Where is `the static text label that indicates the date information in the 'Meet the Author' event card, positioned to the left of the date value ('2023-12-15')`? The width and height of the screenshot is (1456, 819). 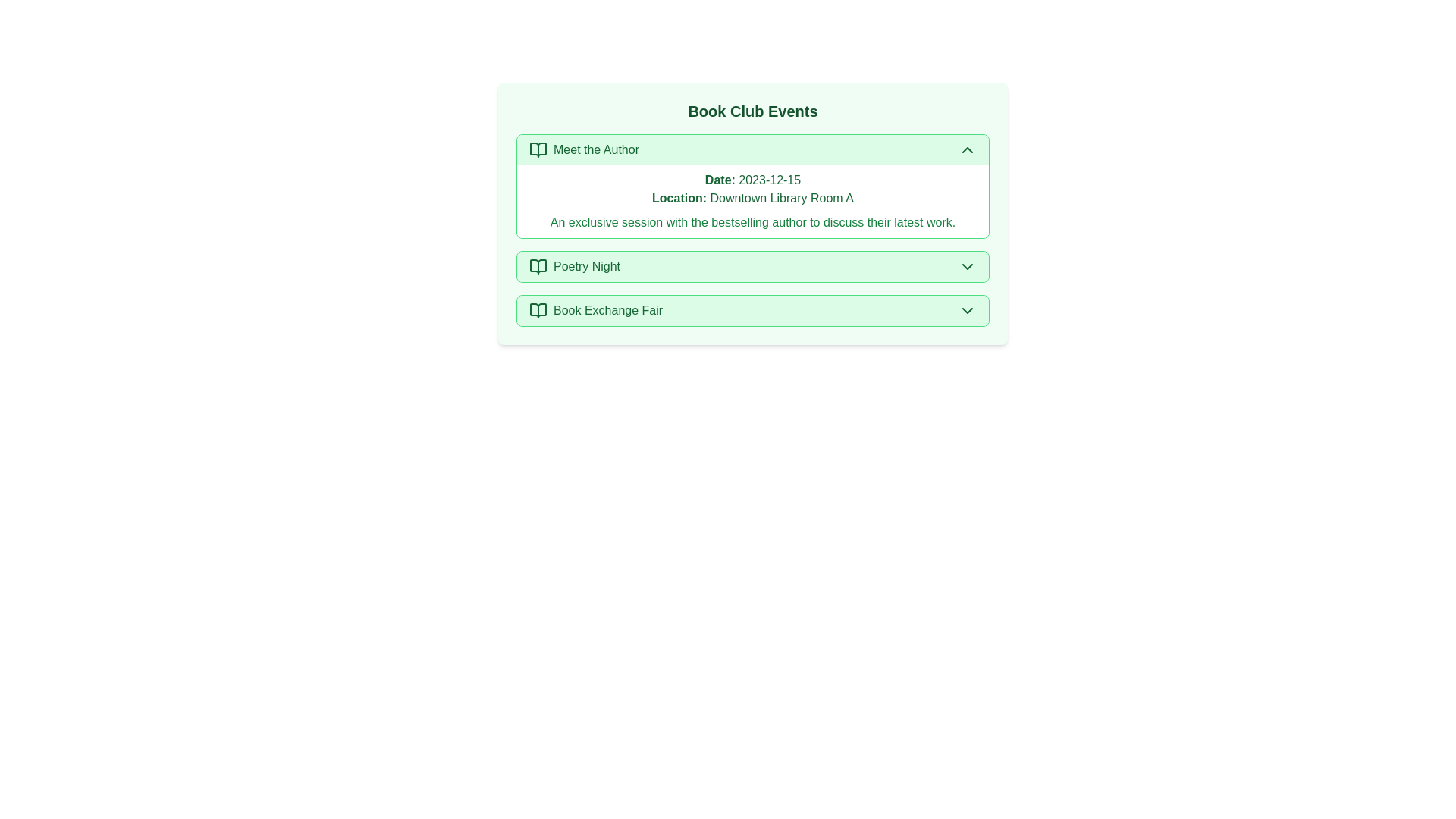
the static text label that indicates the date information in the 'Meet the Author' event card, positioned to the left of the date value ('2023-12-15') is located at coordinates (719, 179).